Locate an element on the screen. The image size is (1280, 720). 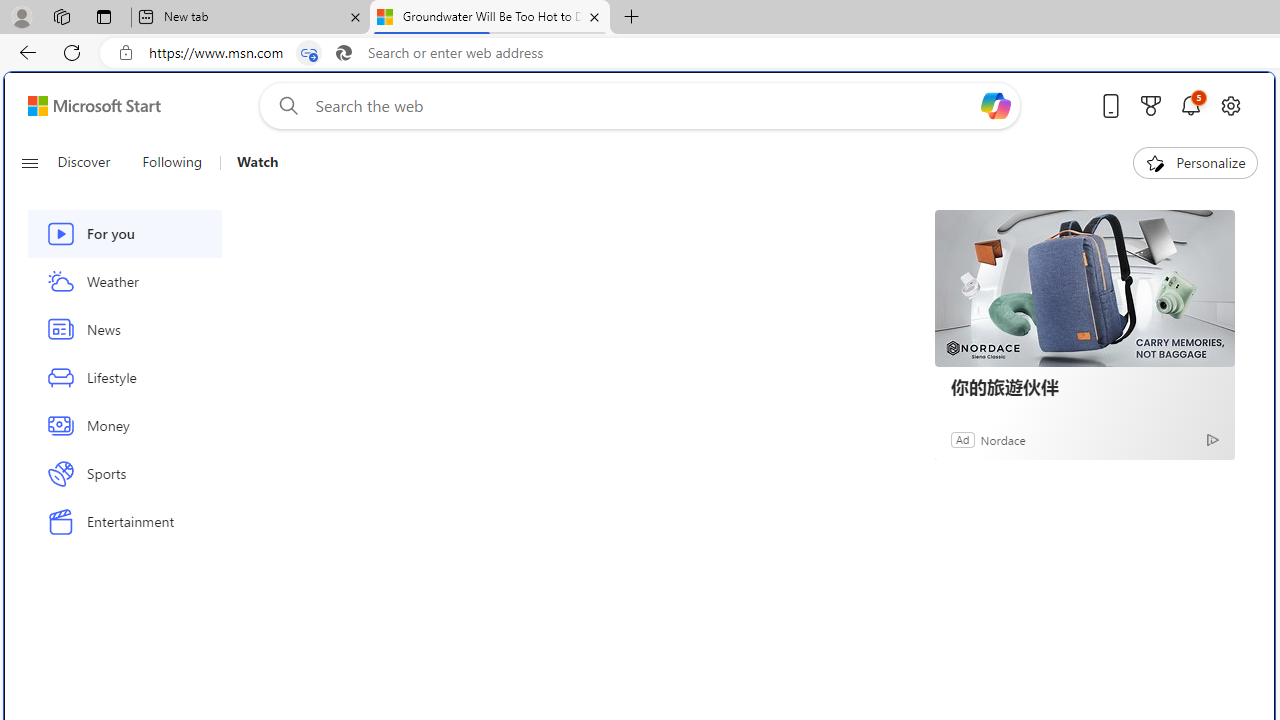
'Skip to content' is located at coordinates (86, 105).